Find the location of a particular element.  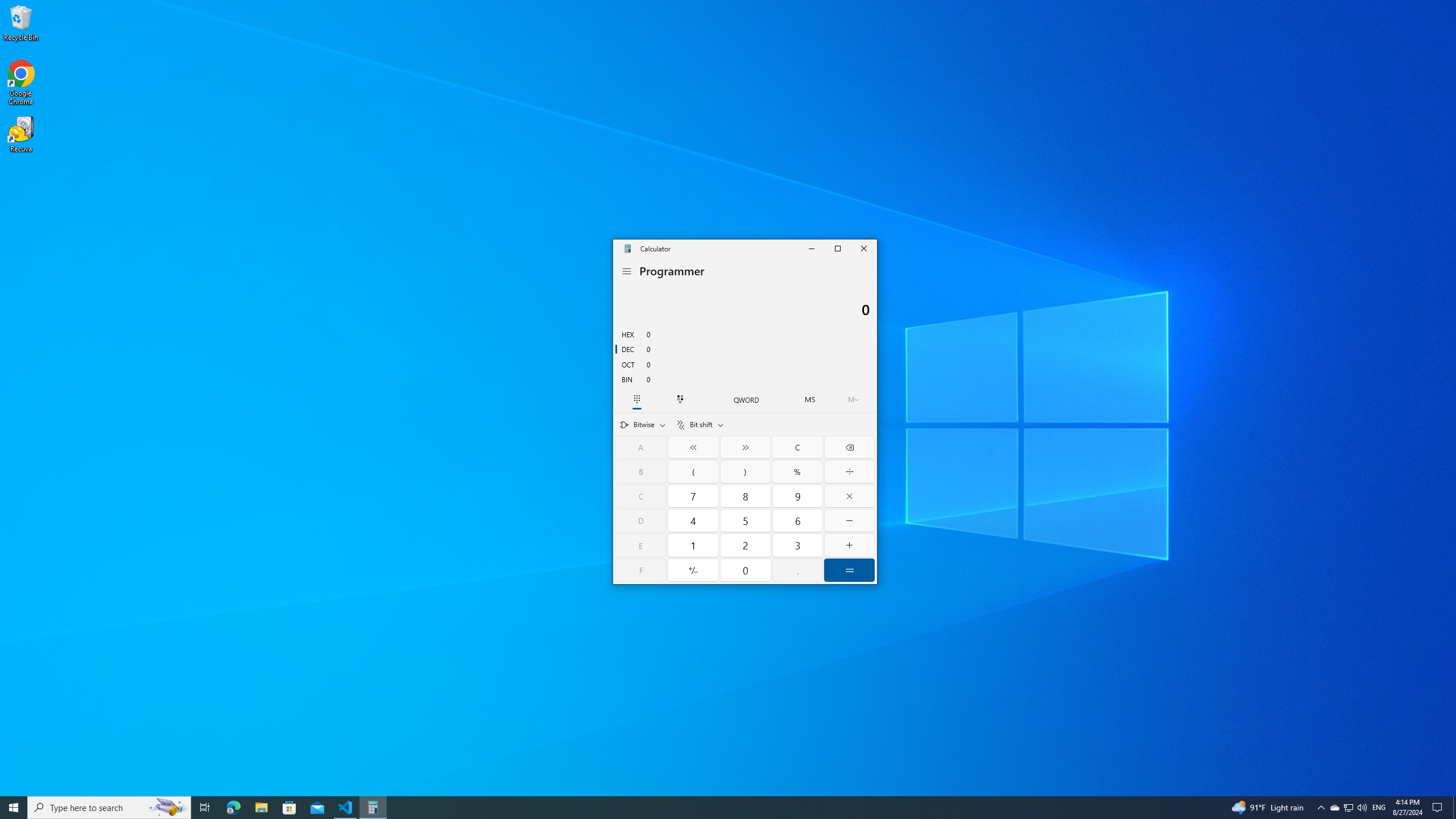

'Five' is located at coordinates (746, 520).